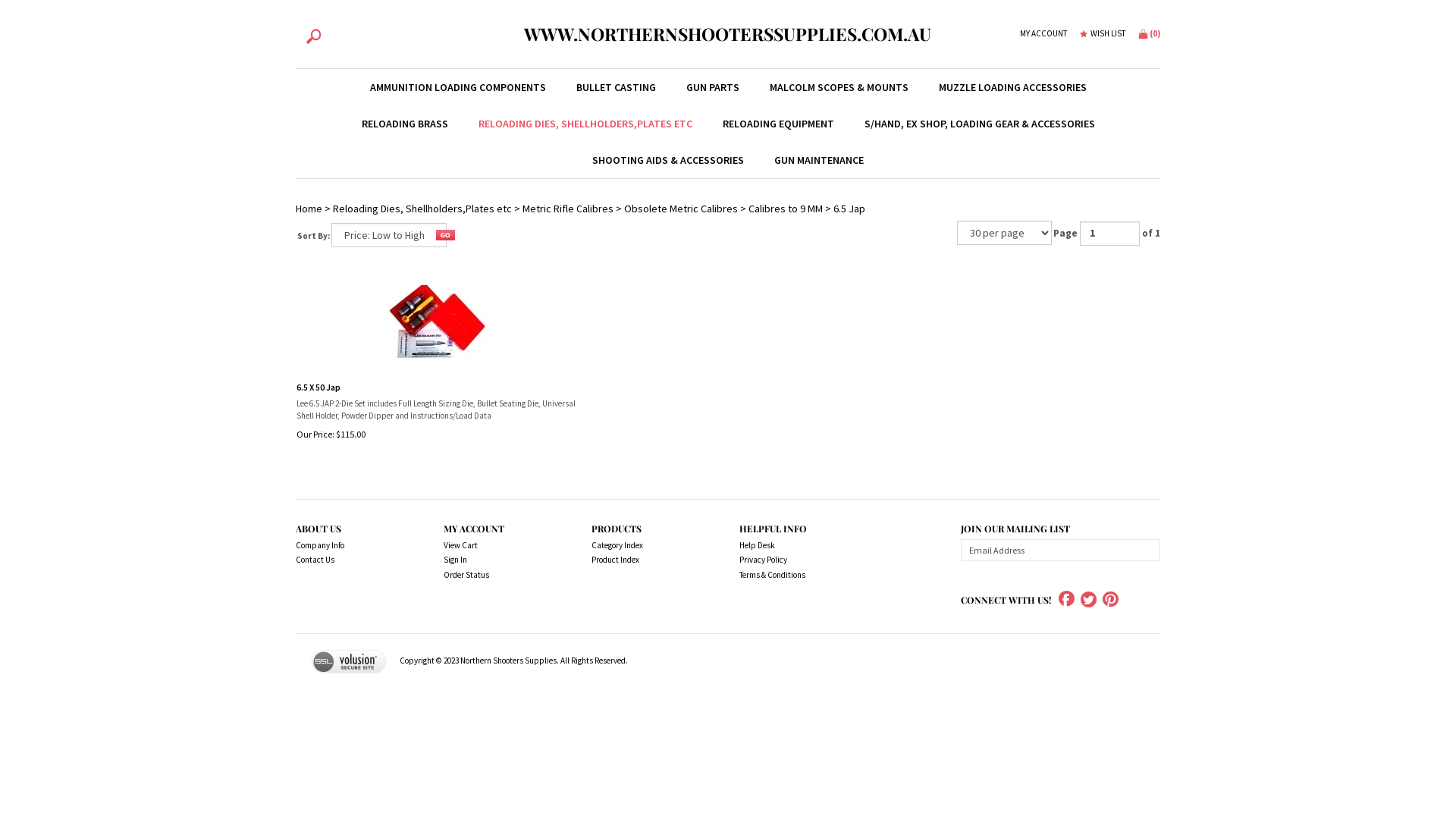  What do you see at coordinates (979, 122) in the screenshot?
I see `'S/HAND, EX SHOP, LOADING GEAR & ACCESSORIES'` at bounding box center [979, 122].